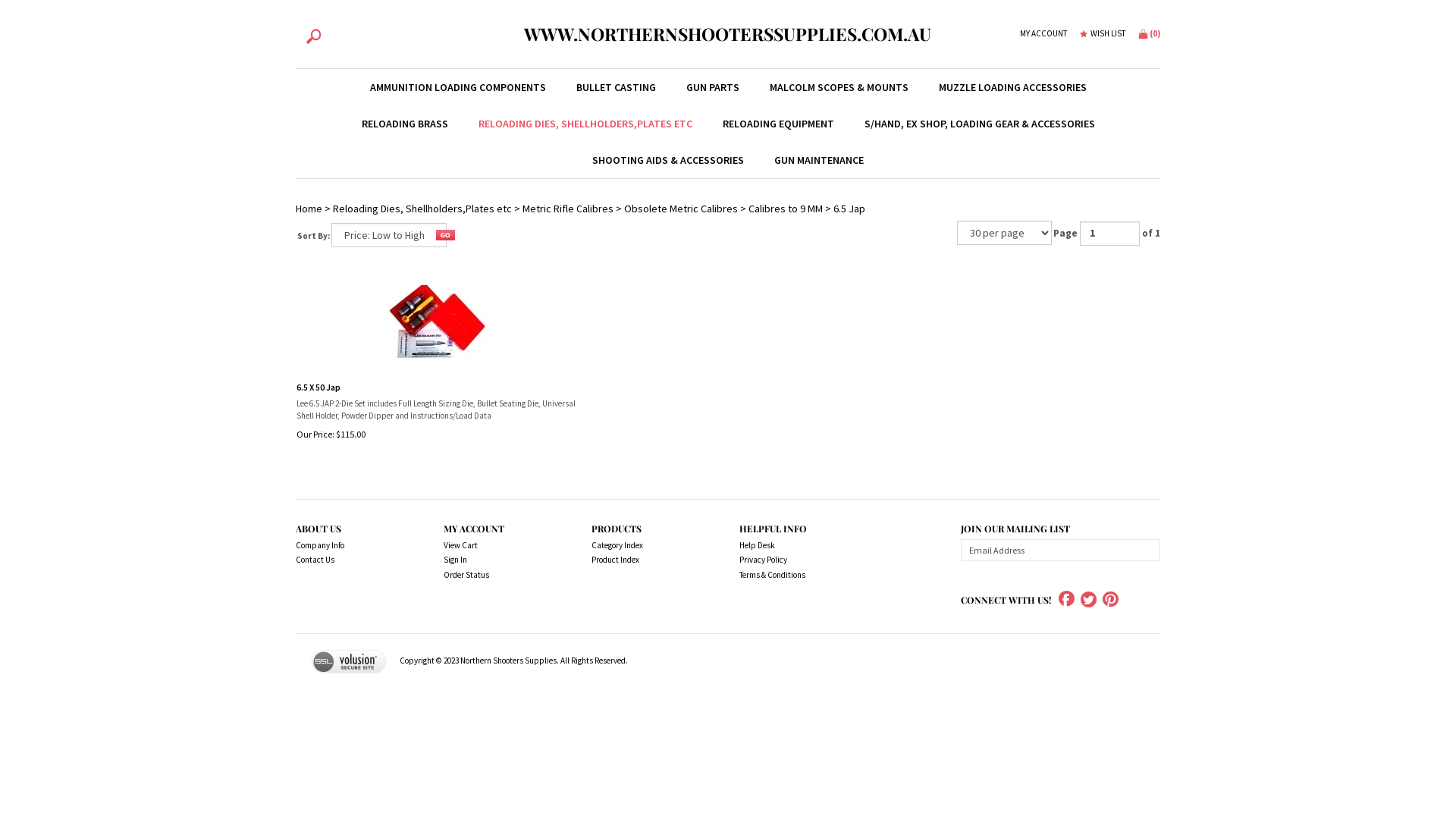  What do you see at coordinates (979, 122) in the screenshot?
I see `'S/HAND, EX SHOP, LOADING GEAR & ACCESSORIES'` at bounding box center [979, 122].